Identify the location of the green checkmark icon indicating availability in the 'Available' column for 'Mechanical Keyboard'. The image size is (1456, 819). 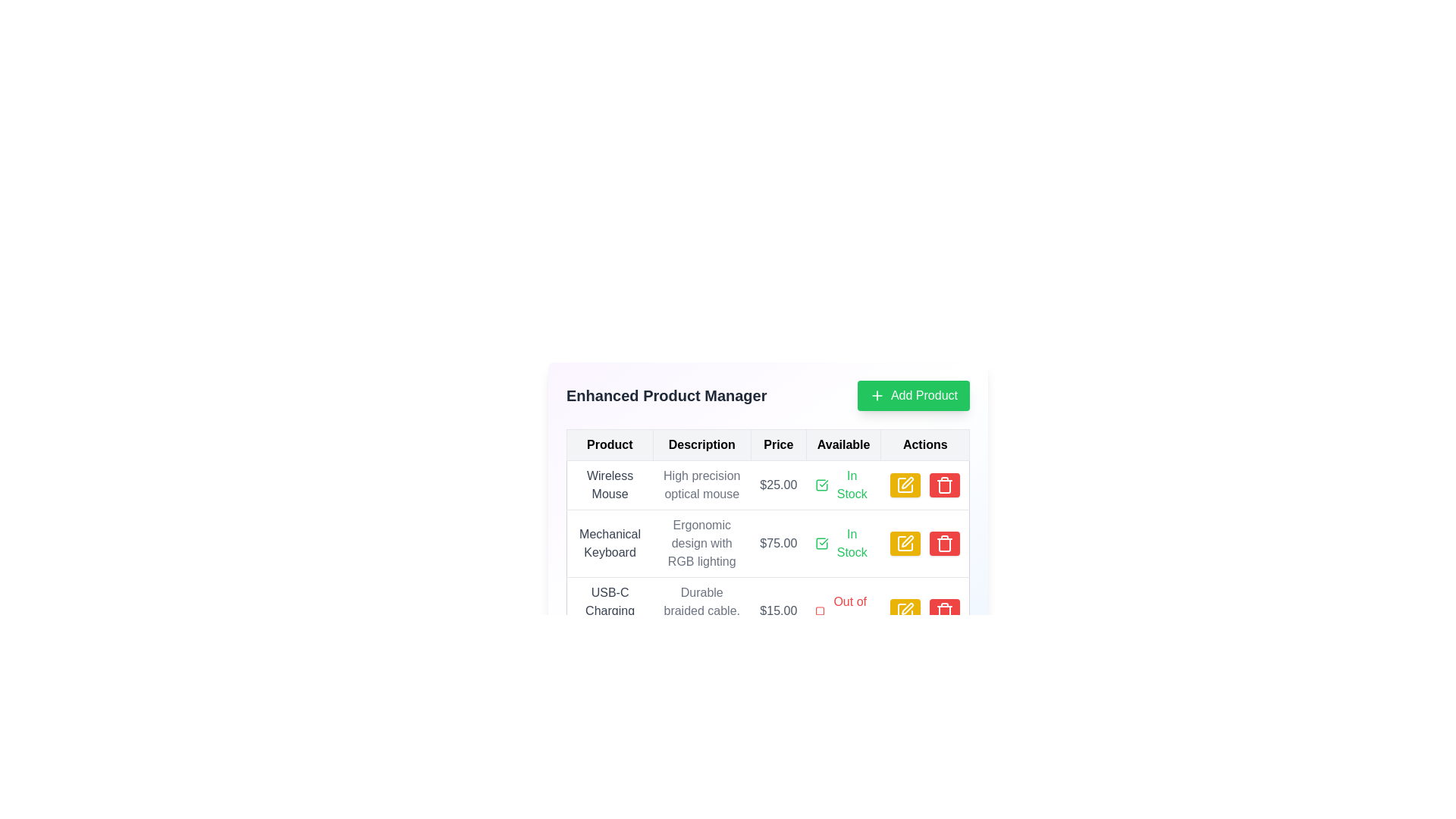
(821, 543).